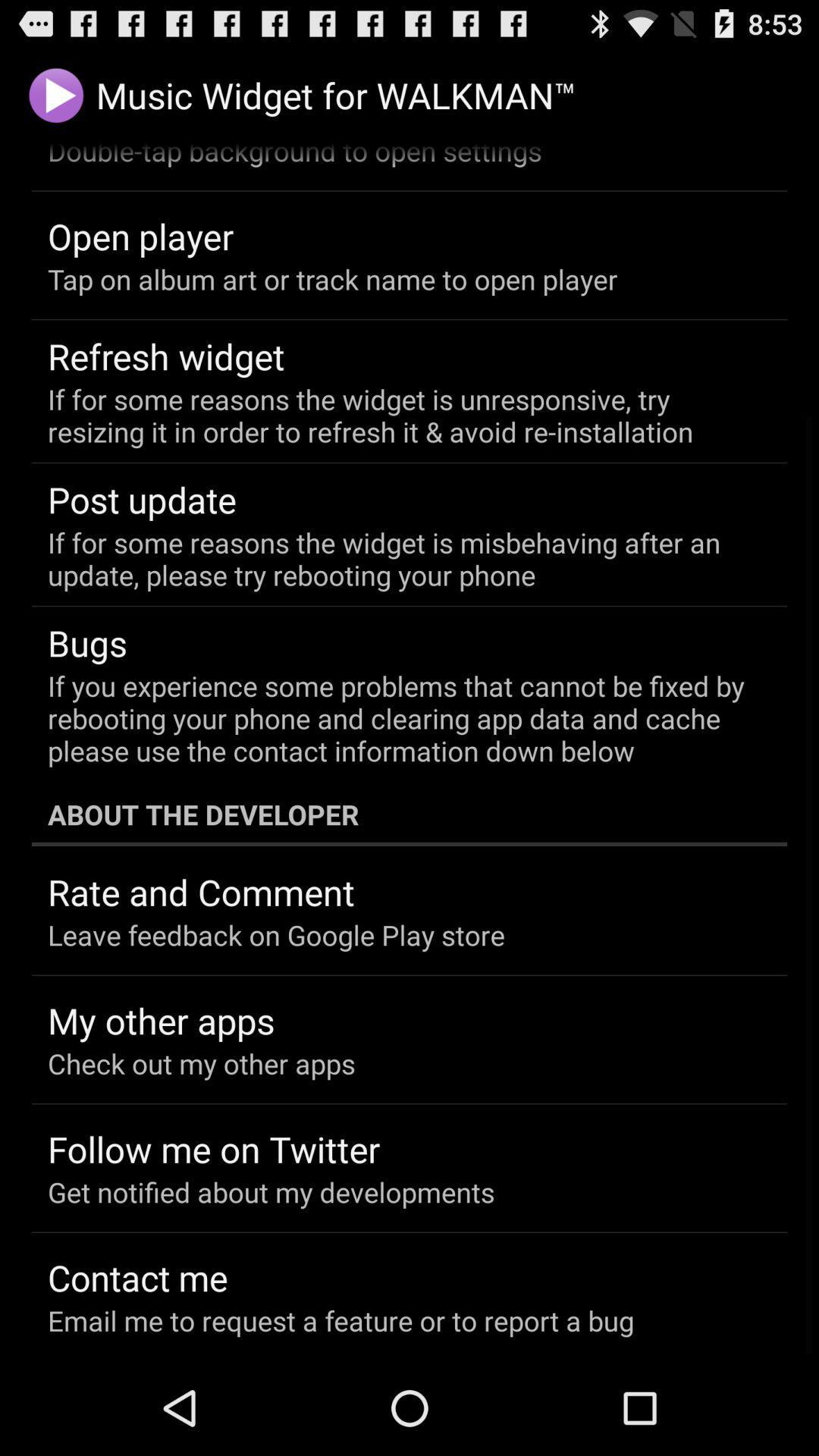 The image size is (819, 1456). Describe the element at coordinates (331, 279) in the screenshot. I see `the app above refresh widget app` at that location.